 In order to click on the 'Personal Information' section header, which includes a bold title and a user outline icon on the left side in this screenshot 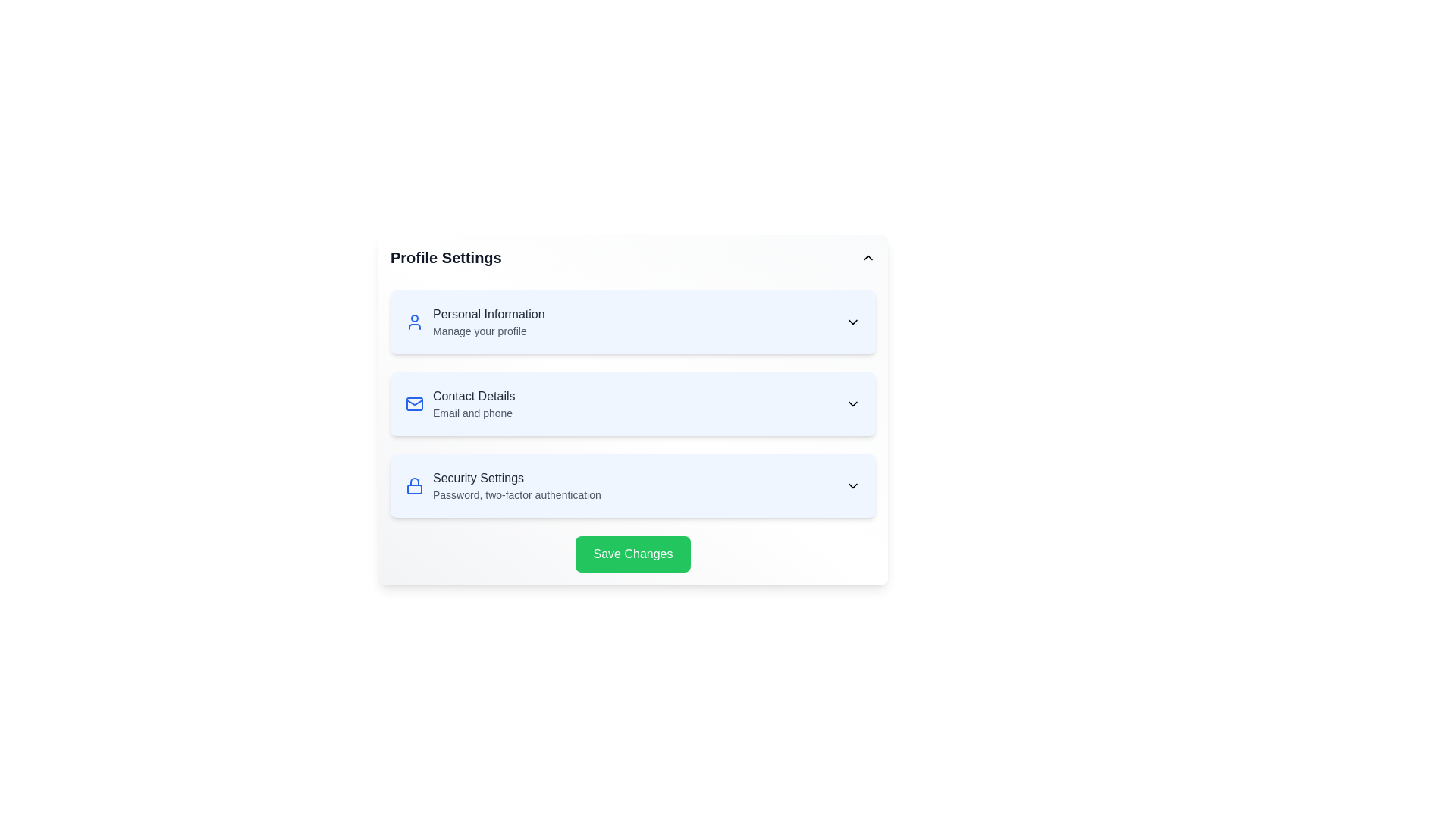, I will do `click(474, 321)`.